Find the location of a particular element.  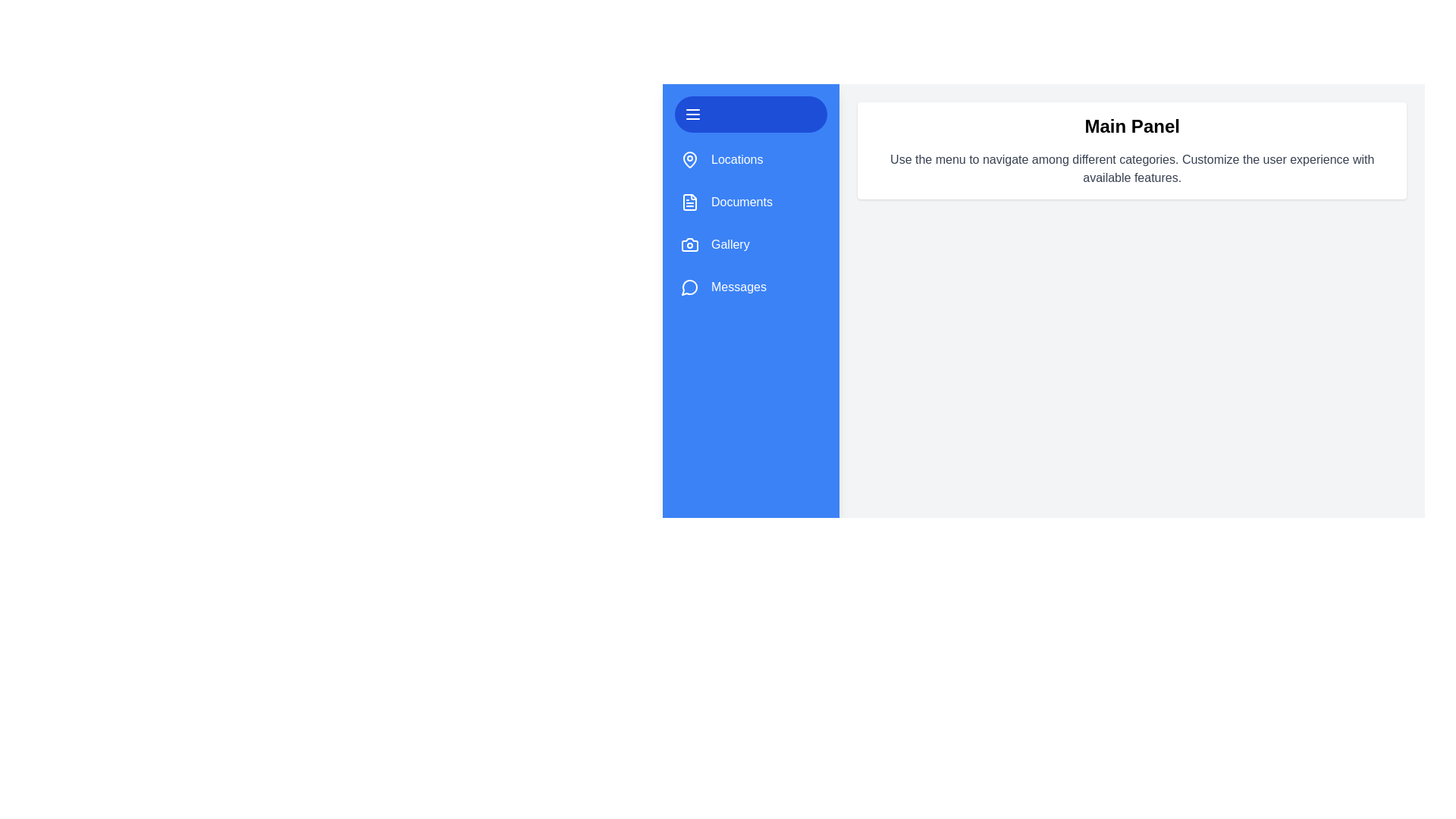

the category item Locations to visually interact with it is located at coordinates (712, 160).